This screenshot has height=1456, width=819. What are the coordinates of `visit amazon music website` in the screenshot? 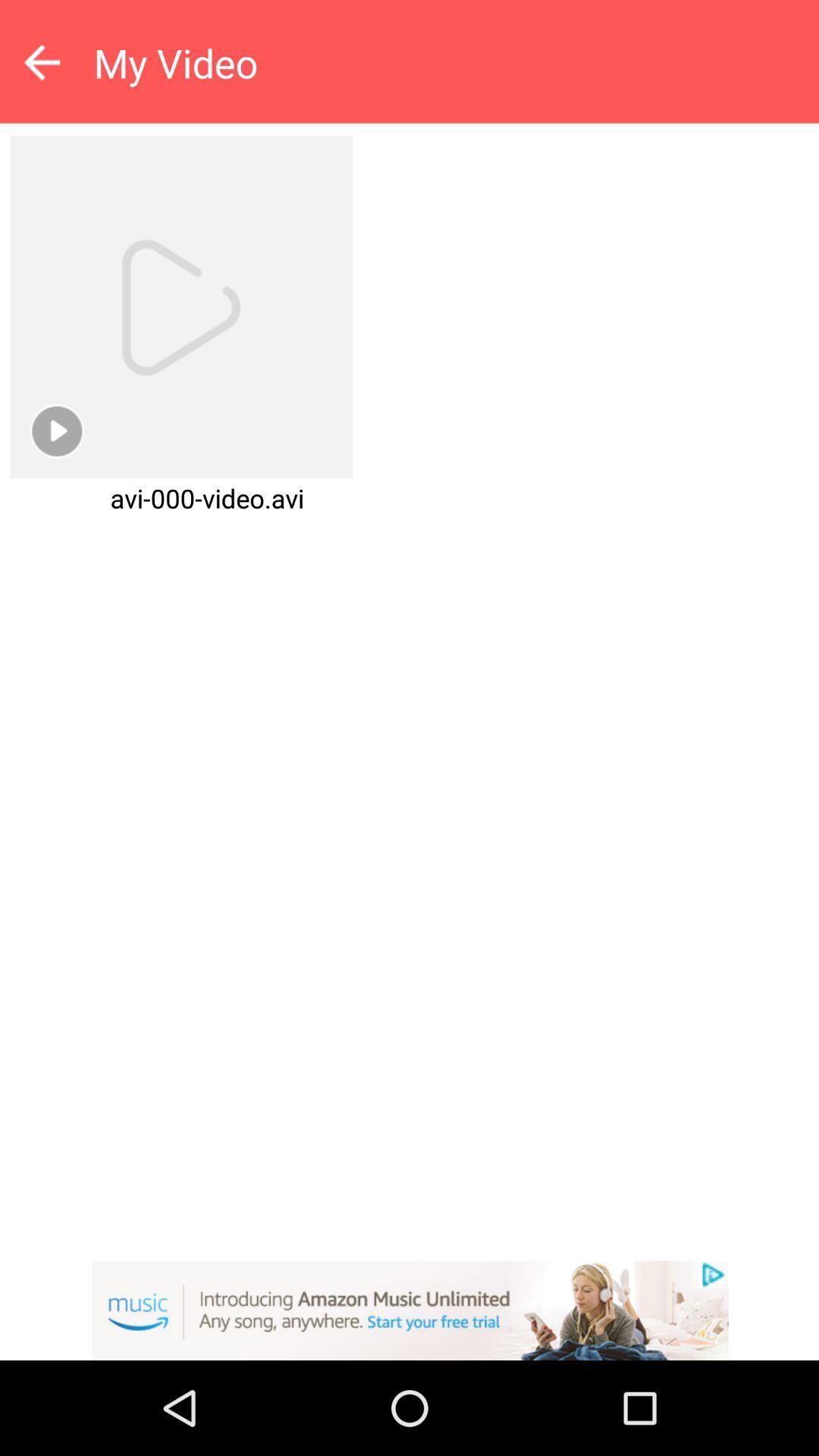 It's located at (409, 1310).